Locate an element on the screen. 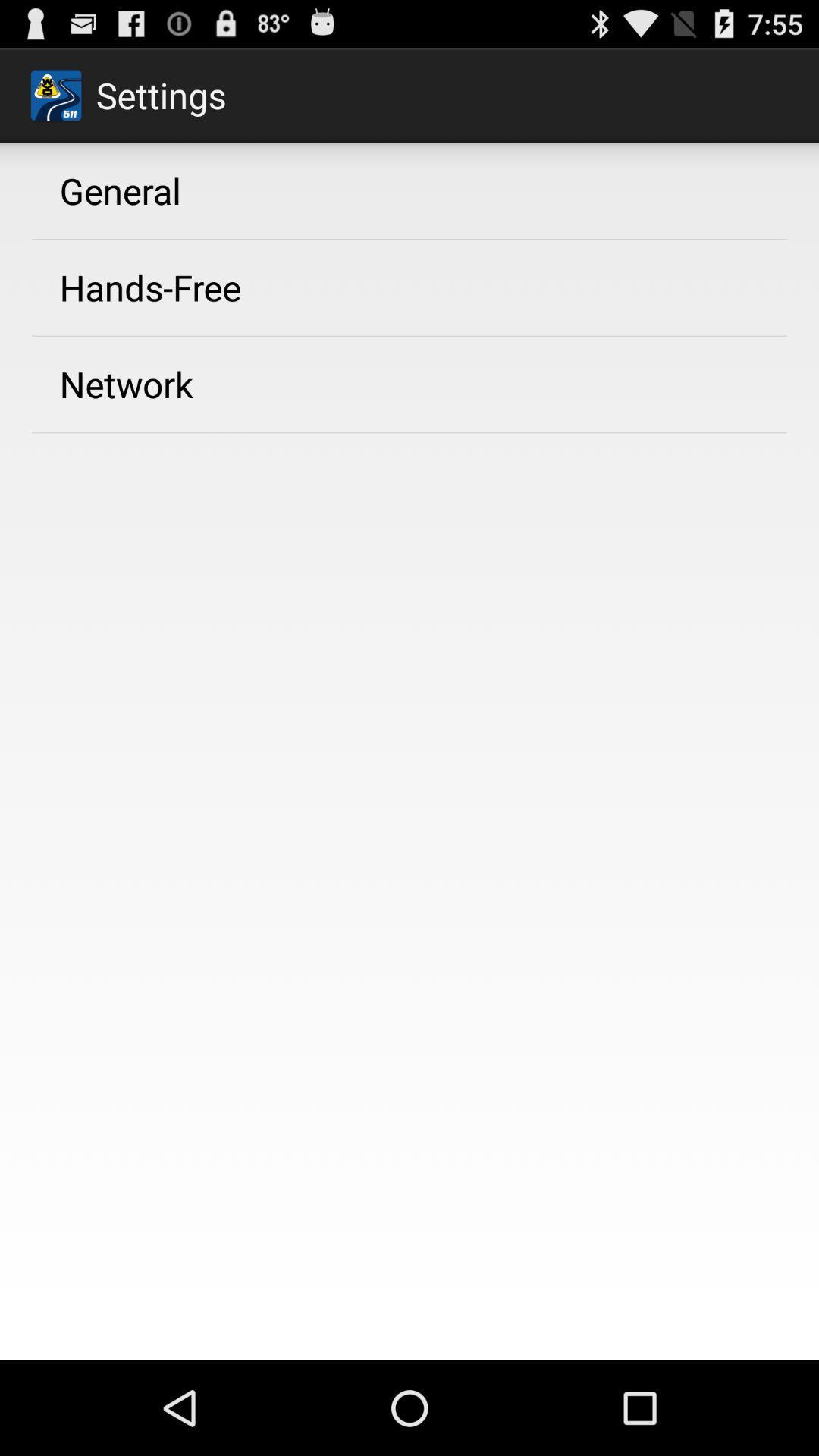  general icon is located at coordinates (119, 190).